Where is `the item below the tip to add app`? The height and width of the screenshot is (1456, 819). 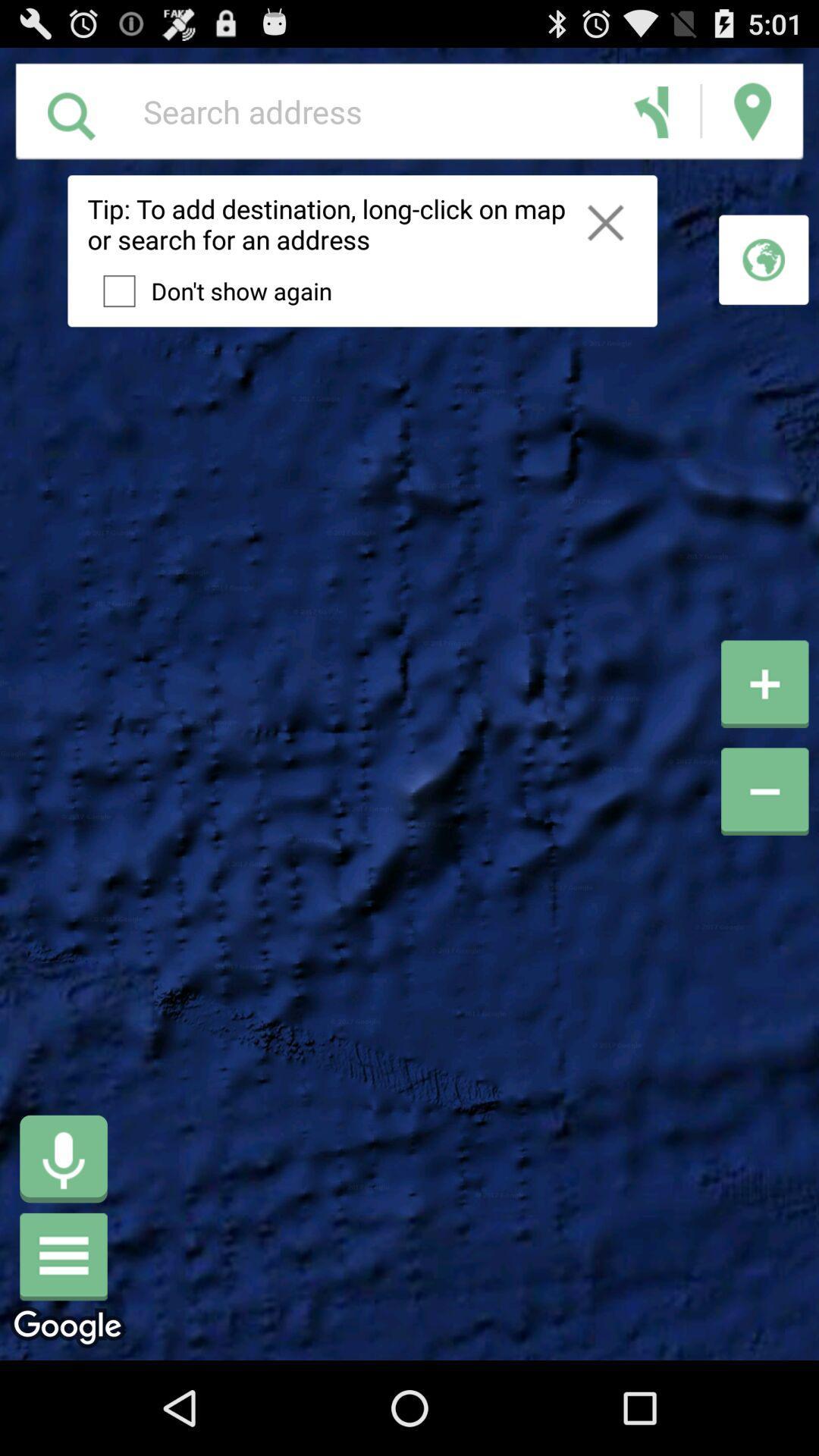
the item below the tip to add app is located at coordinates (209, 291).